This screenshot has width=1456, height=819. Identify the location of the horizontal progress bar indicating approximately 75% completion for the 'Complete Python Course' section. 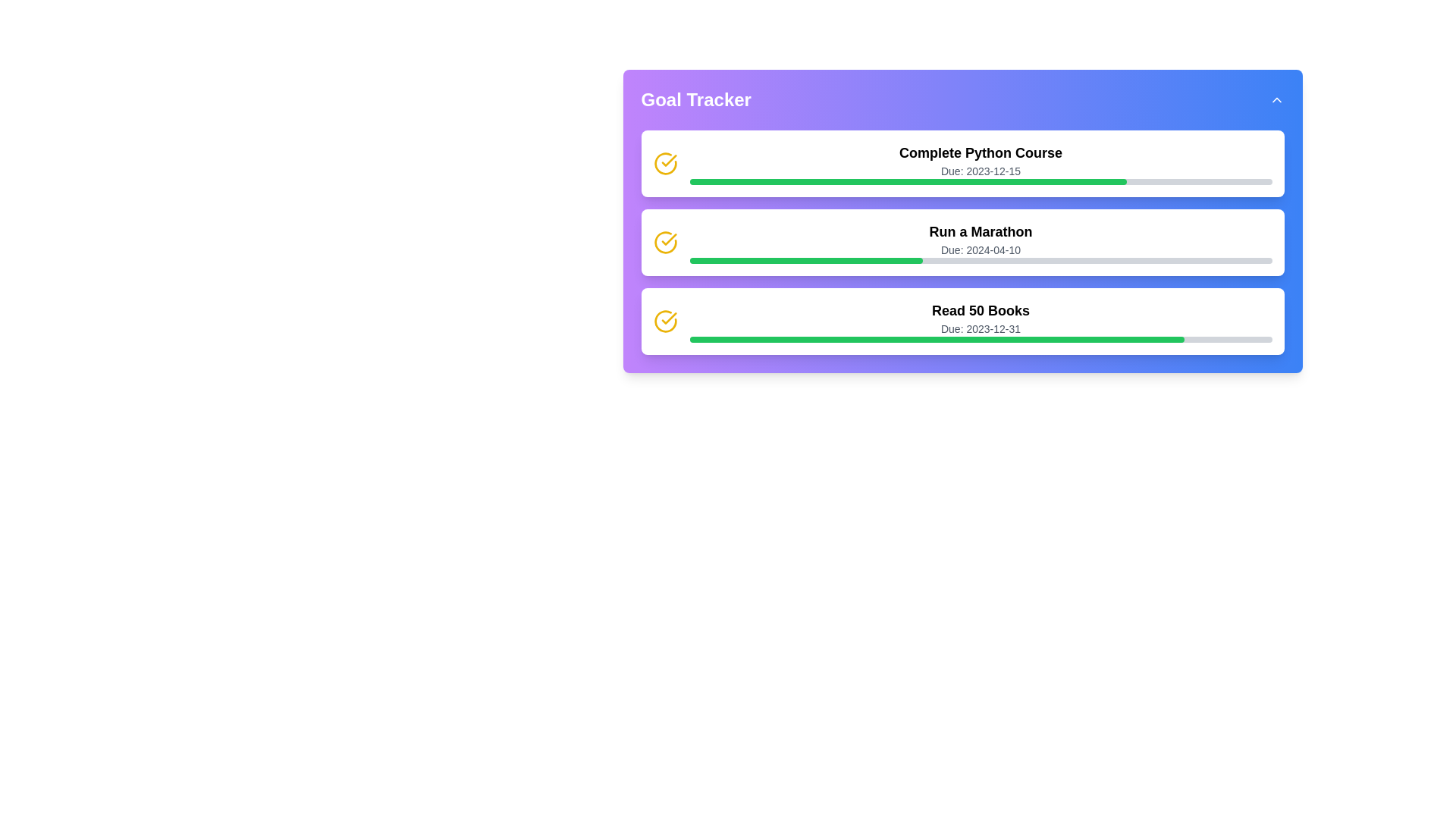
(981, 180).